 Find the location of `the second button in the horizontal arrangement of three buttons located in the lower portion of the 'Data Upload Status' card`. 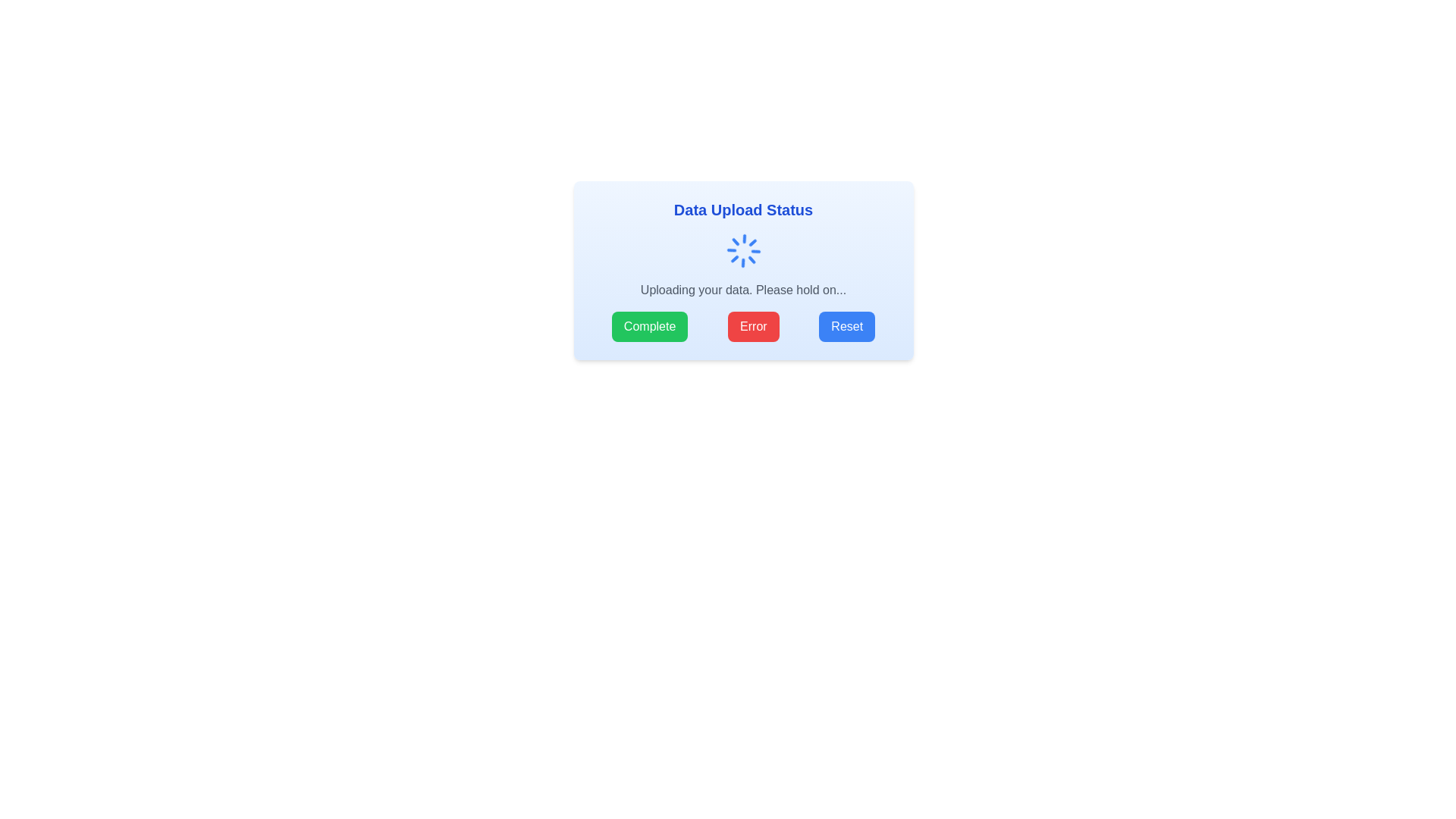

the second button in the horizontal arrangement of three buttons located in the lower portion of the 'Data Upload Status' card is located at coordinates (743, 326).